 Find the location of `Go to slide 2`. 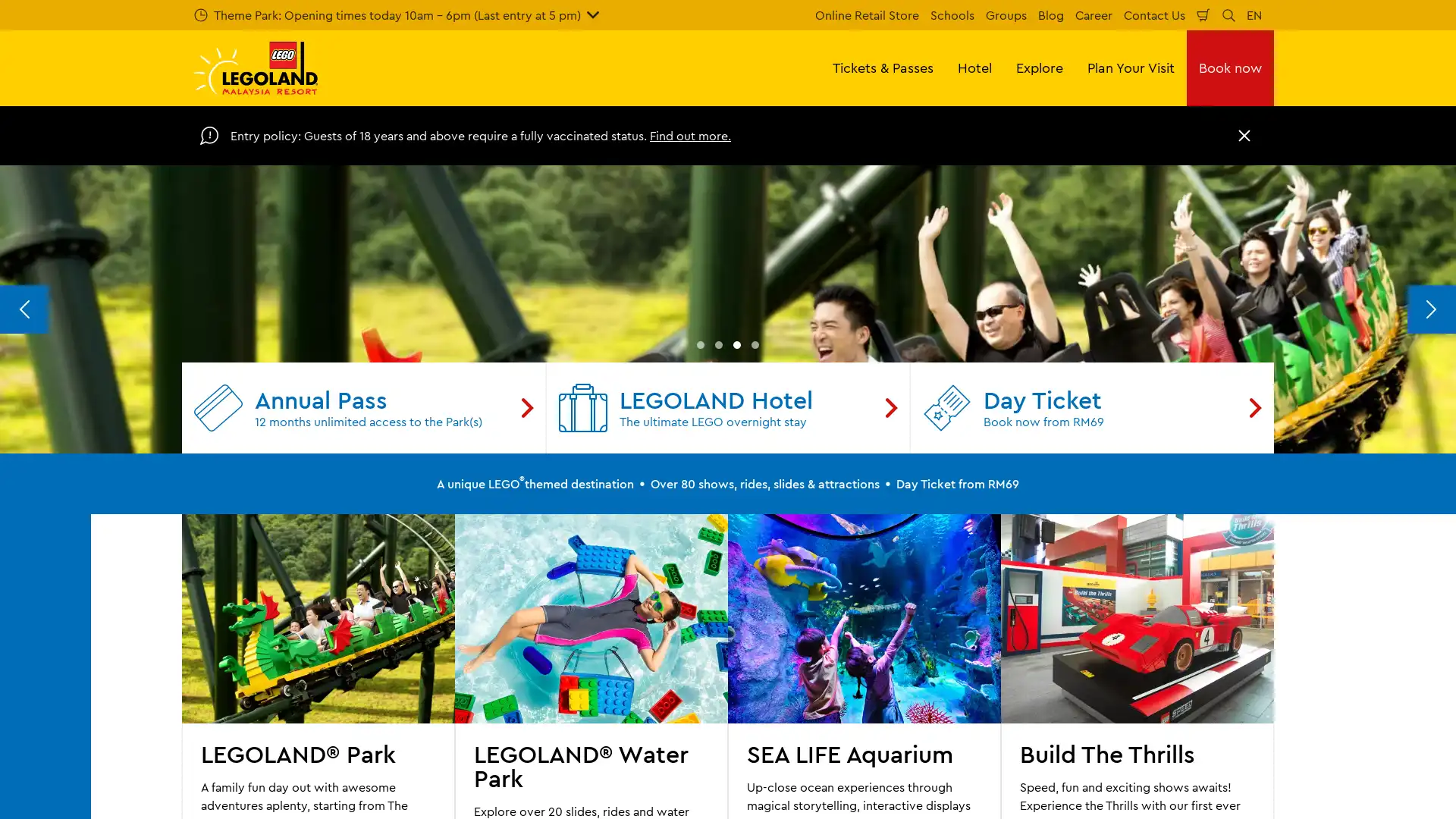

Go to slide 2 is located at coordinates (718, 646).